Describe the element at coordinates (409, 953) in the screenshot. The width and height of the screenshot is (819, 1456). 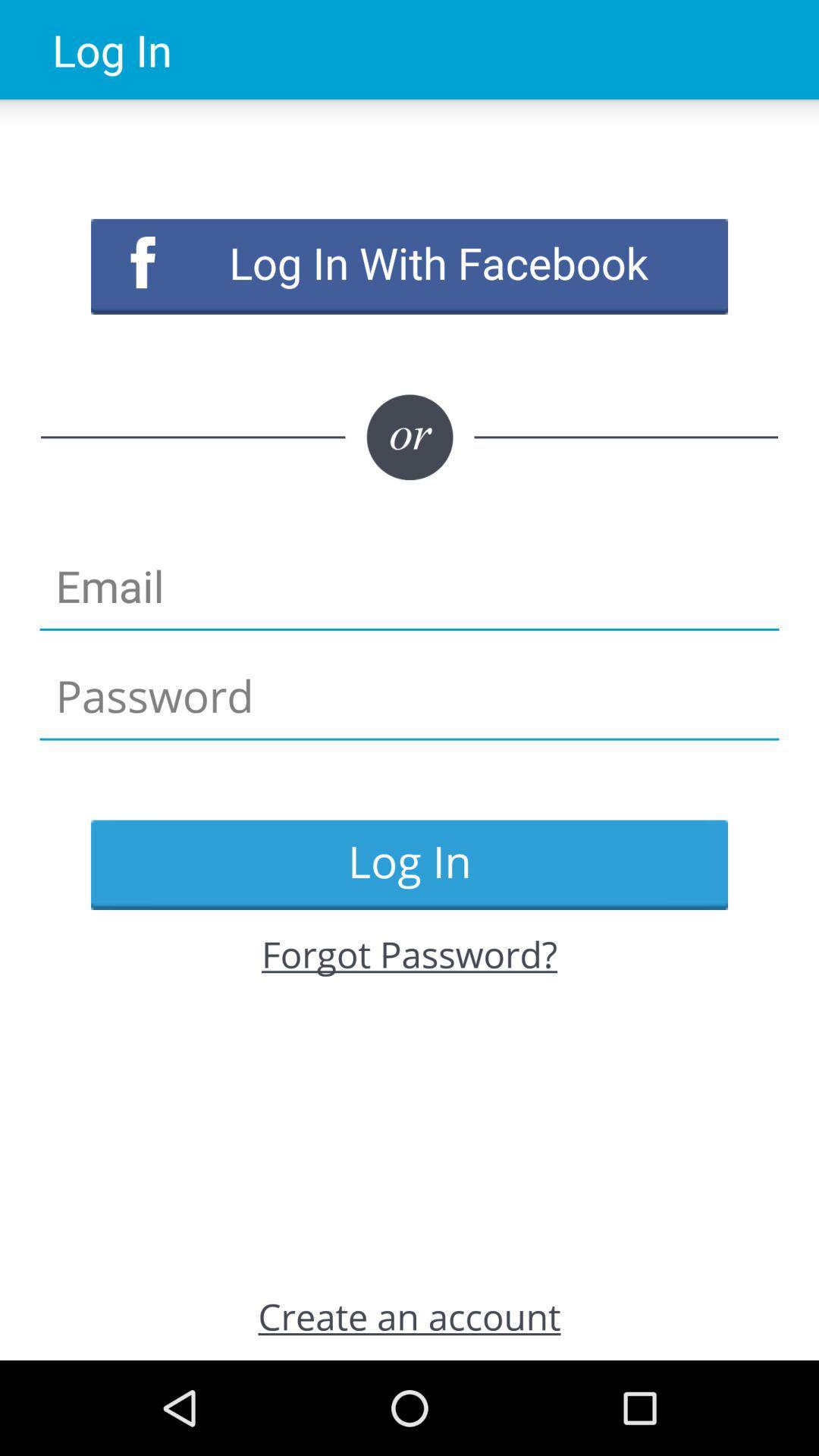
I see `the forgot password? item` at that location.